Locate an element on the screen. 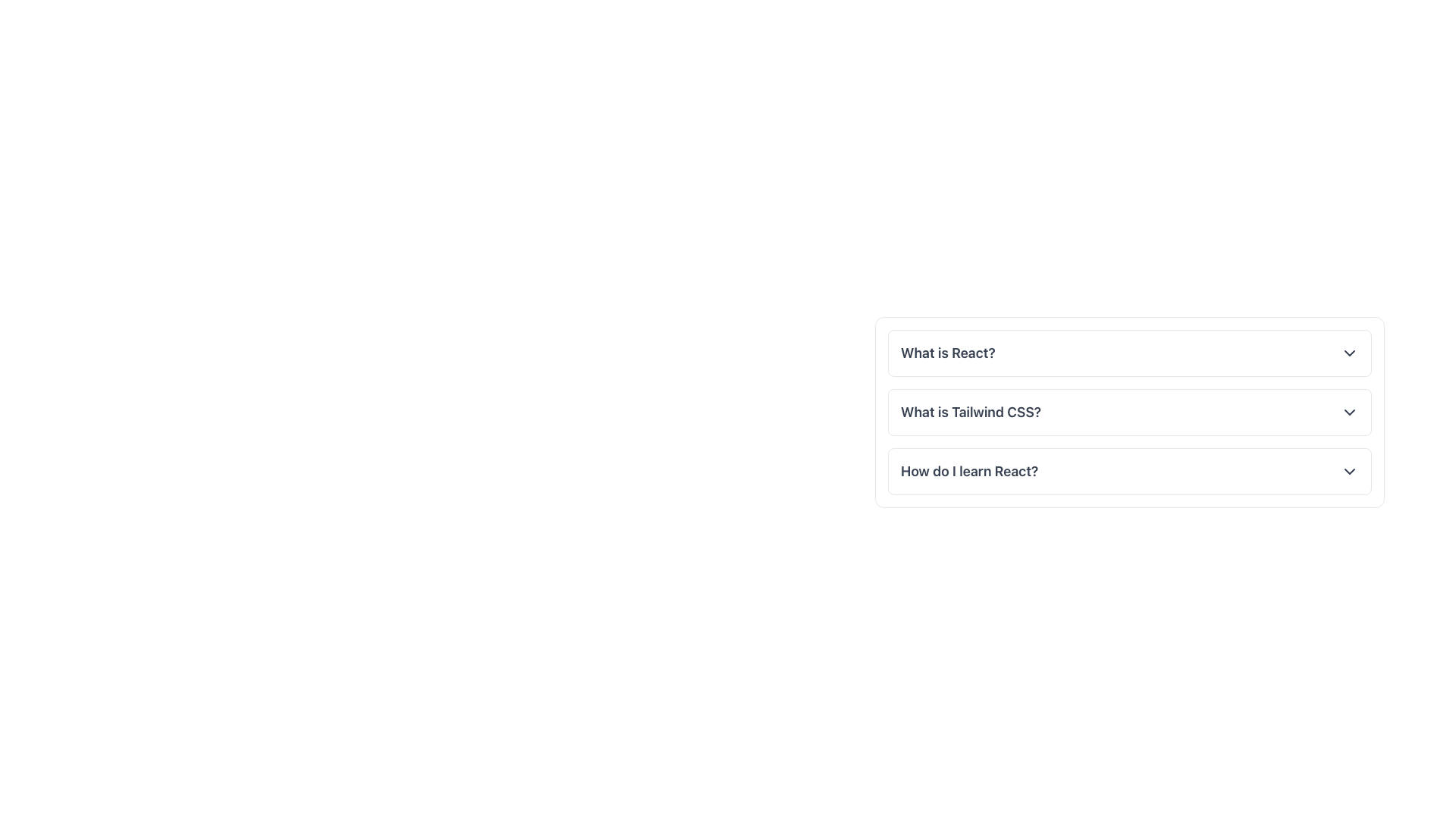 This screenshot has height=819, width=1456. the chevron icon button located on the far-right of the 'What is React?' section is located at coordinates (1350, 353).